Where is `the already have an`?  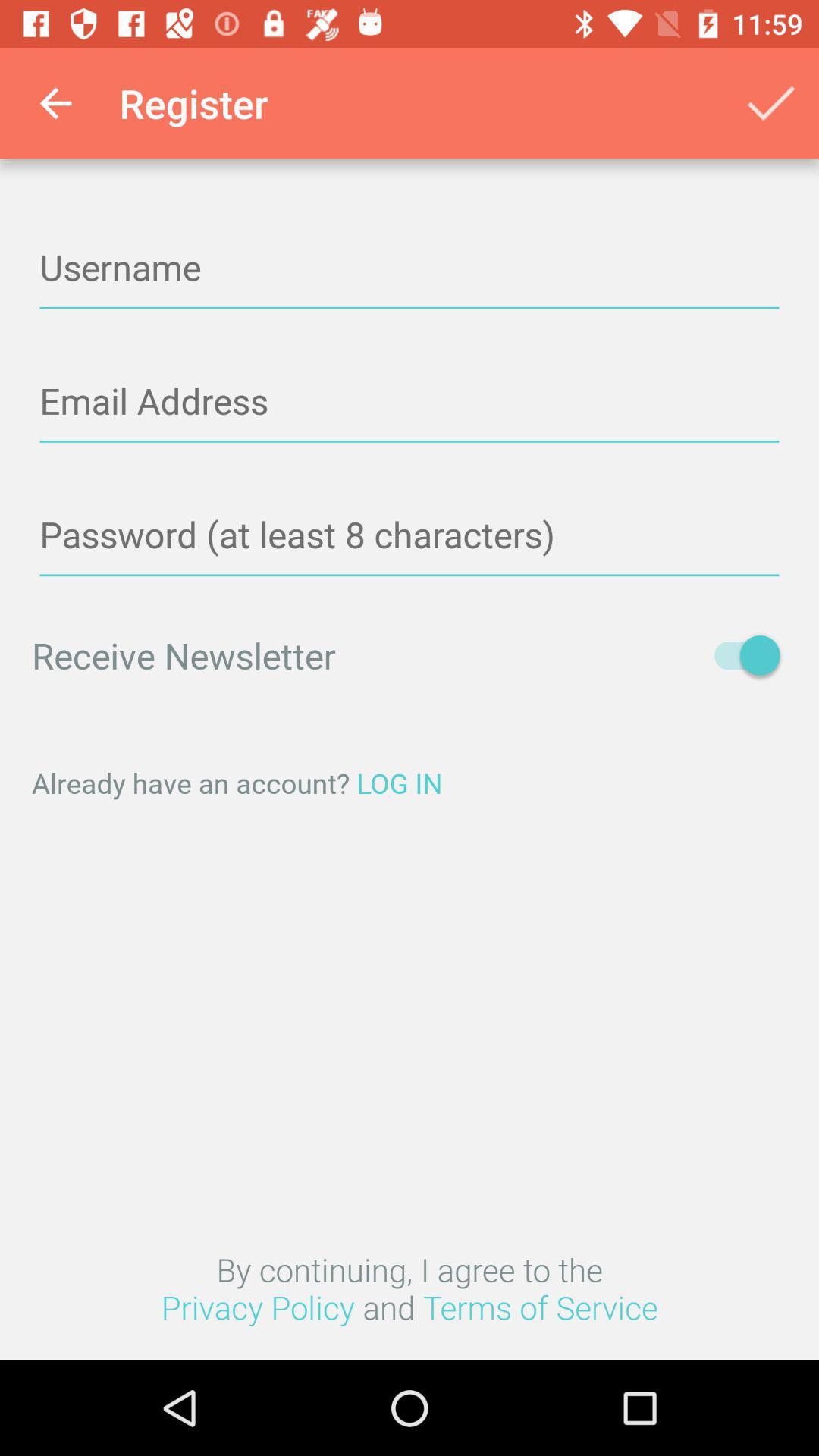 the already have an is located at coordinates (409, 783).